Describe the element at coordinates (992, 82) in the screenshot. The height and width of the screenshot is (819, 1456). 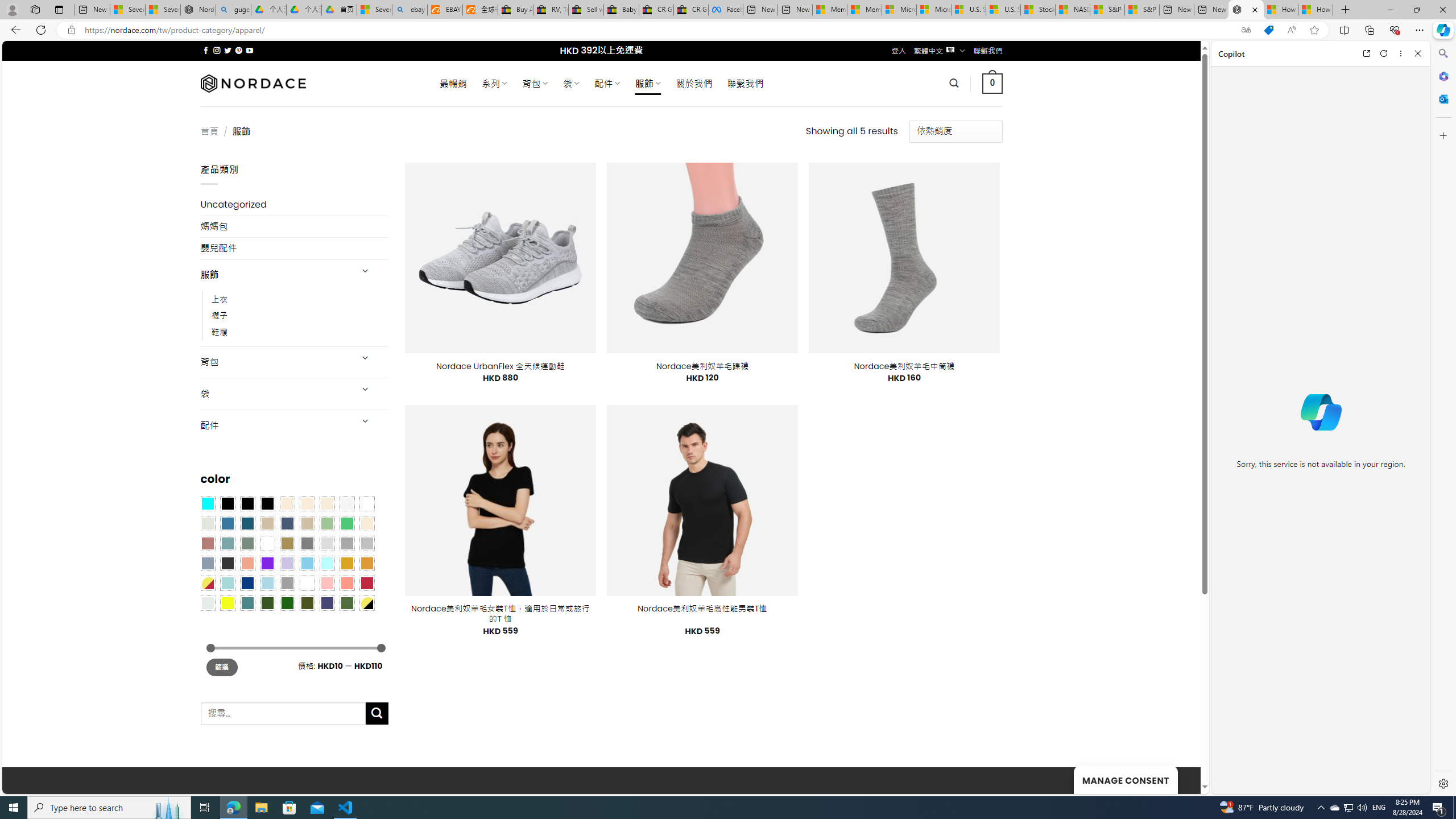
I see `'  0  '` at that location.